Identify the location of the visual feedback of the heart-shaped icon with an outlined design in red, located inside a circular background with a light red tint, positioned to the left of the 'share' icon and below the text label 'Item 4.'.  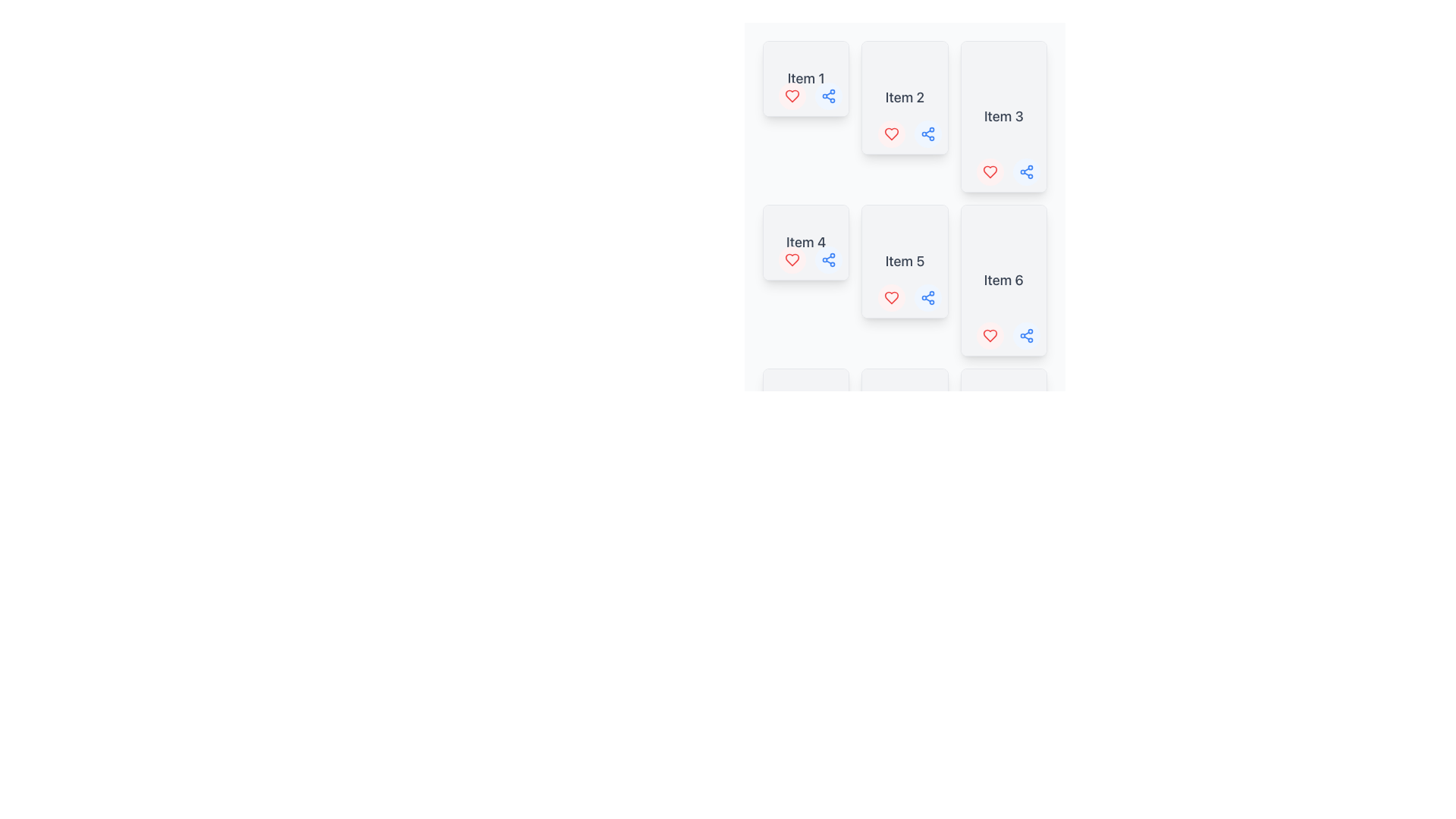
(792, 259).